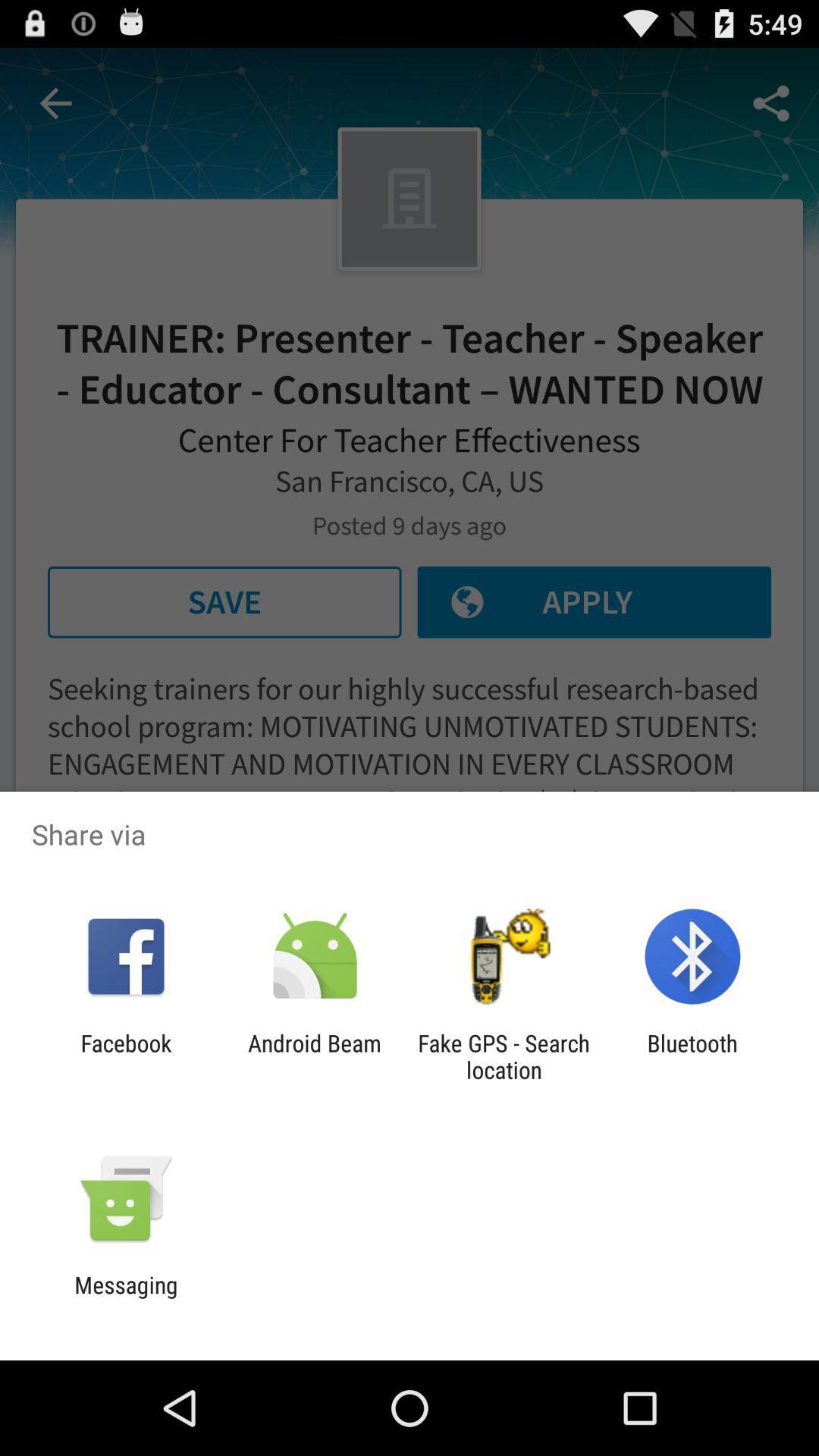  I want to click on item next to android beam app, so click(125, 1056).